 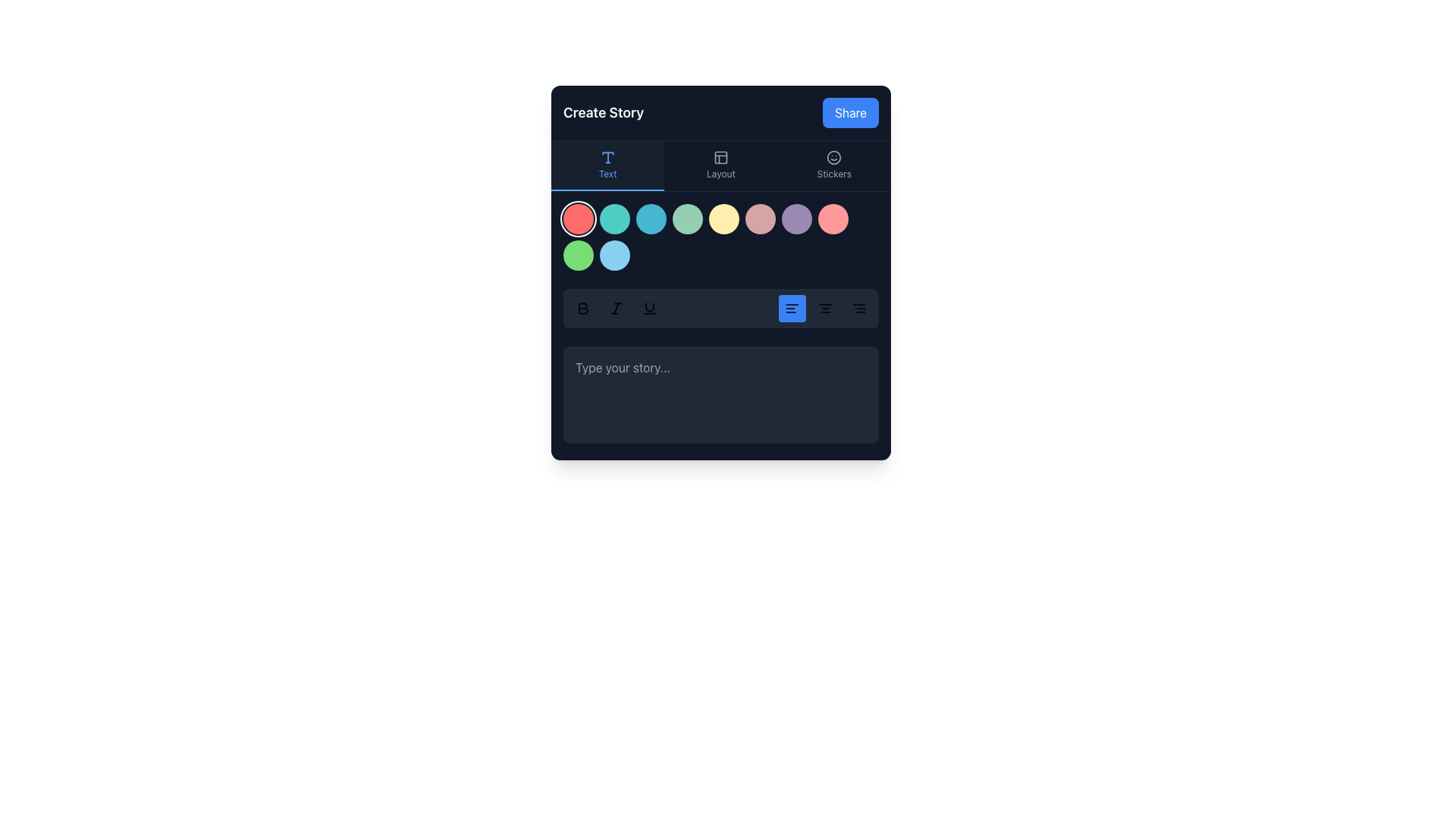 What do you see at coordinates (720, 158) in the screenshot?
I see `the layout icon` at bounding box center [720, 158].